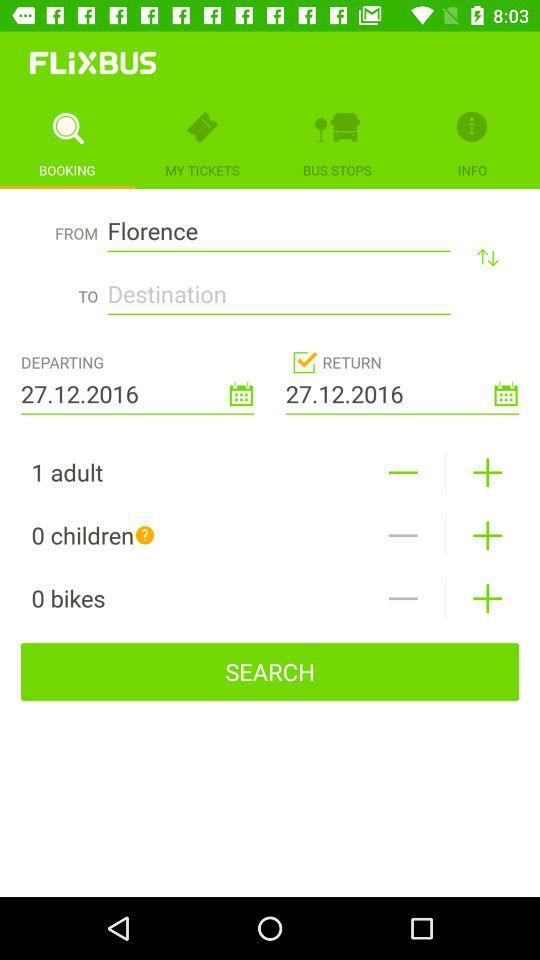  I want to click on more count, so click(486, 472).